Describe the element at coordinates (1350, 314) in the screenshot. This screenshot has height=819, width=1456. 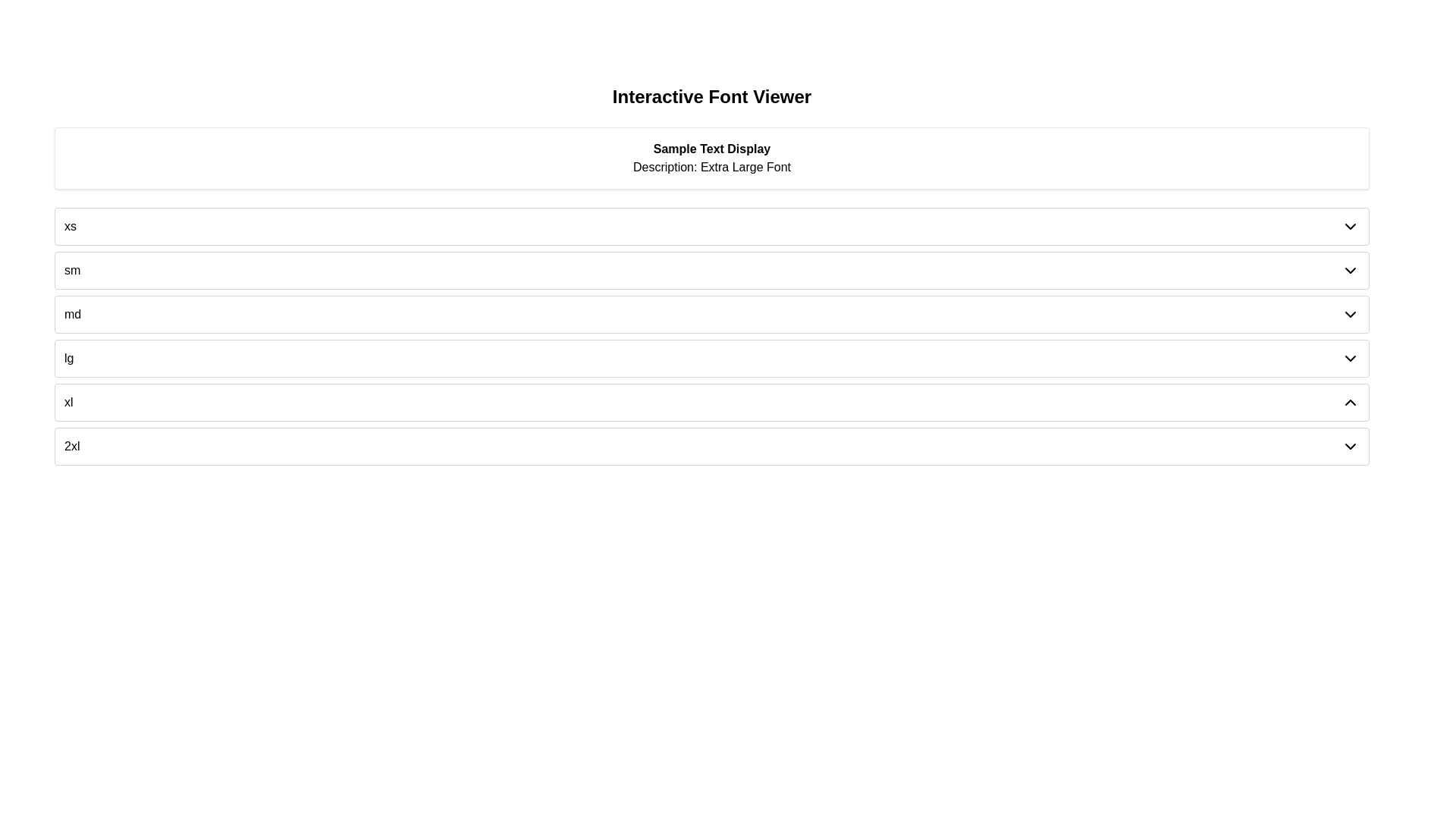
I see `the downward-pointing chevron icon on the far-right side of the 'md' dropdown list entry` at that location.